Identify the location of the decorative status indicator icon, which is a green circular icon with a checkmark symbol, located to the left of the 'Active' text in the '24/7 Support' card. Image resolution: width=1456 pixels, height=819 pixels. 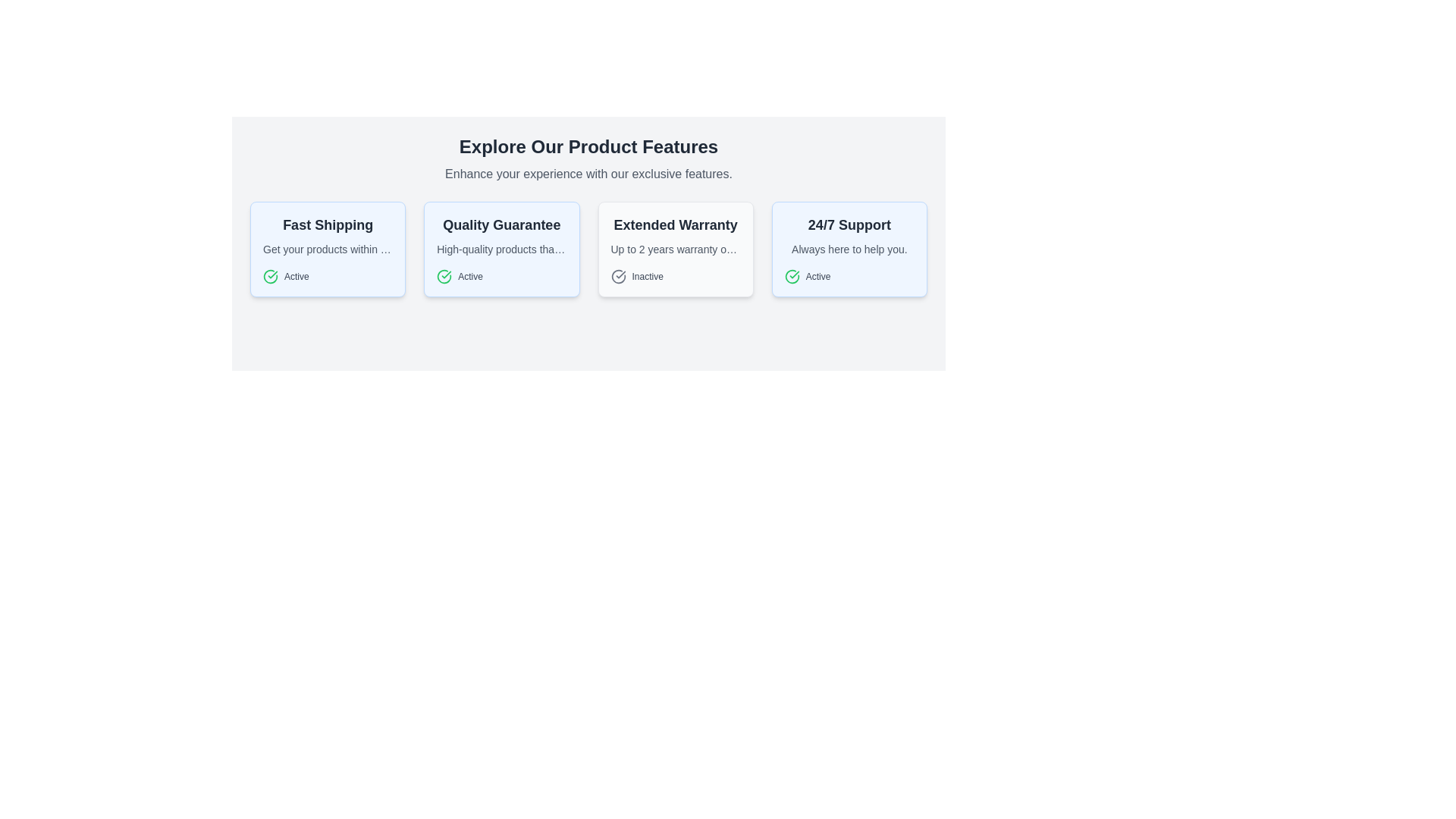
(791, 277).